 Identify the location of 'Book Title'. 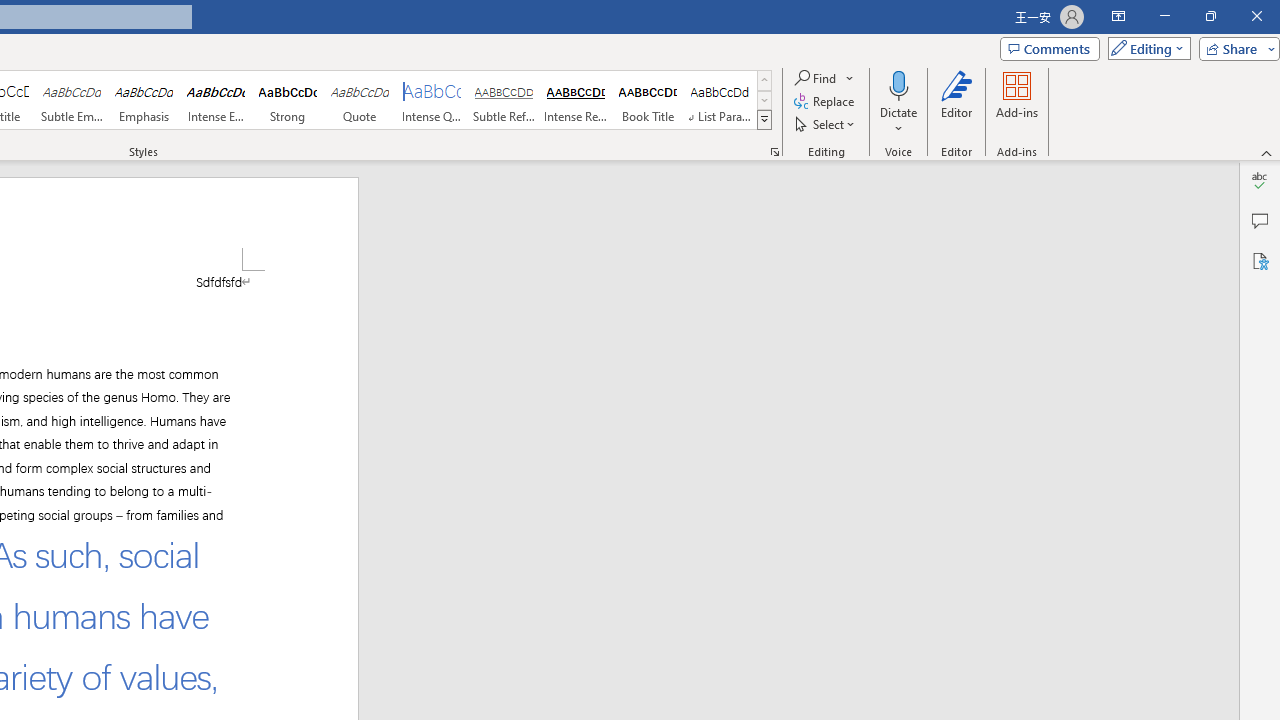
(647, 100).